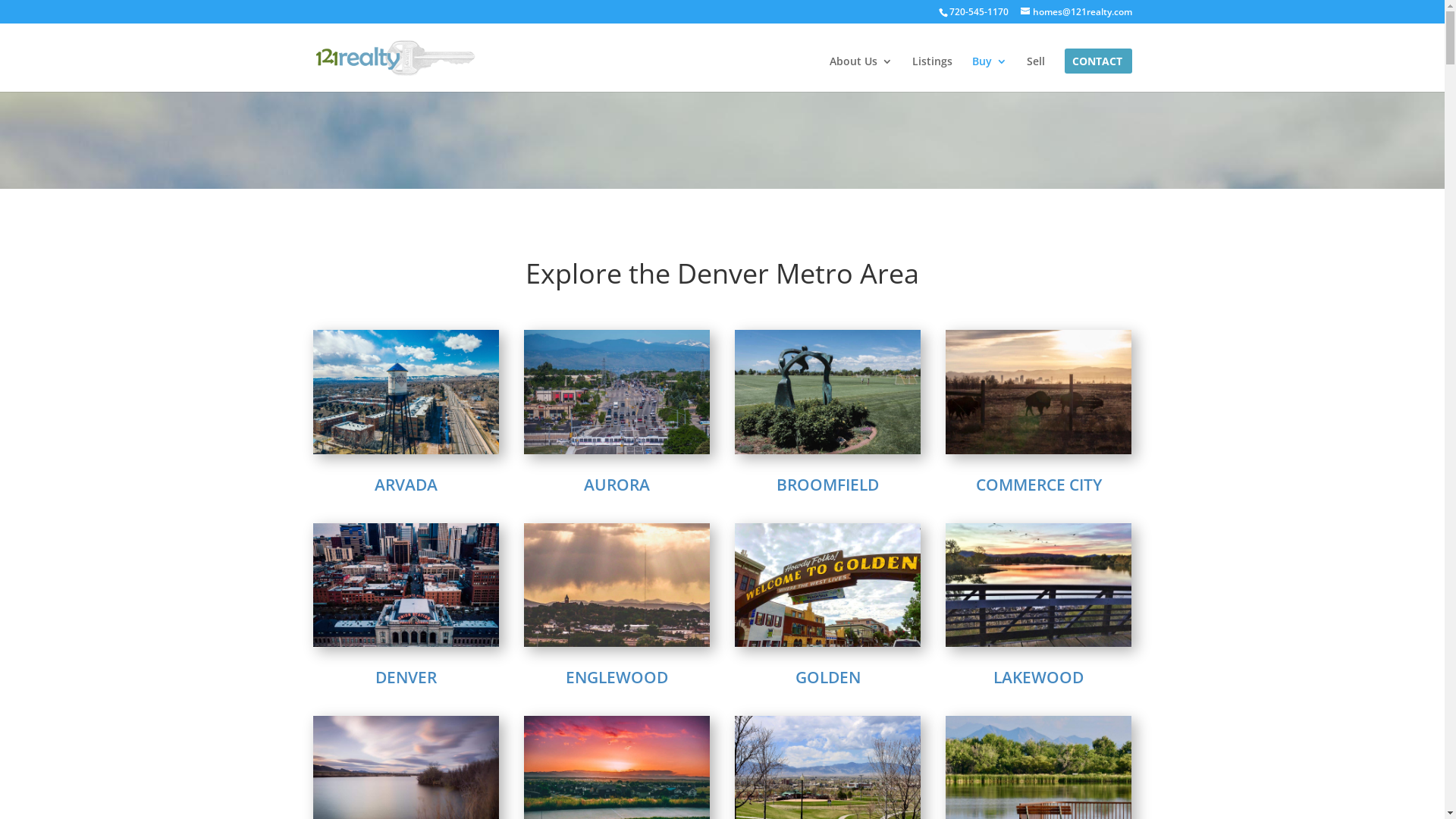 The width and height of the screenshot is (1456, 819). I want to click on 'ENGLEWOOD', so click(617, 676).